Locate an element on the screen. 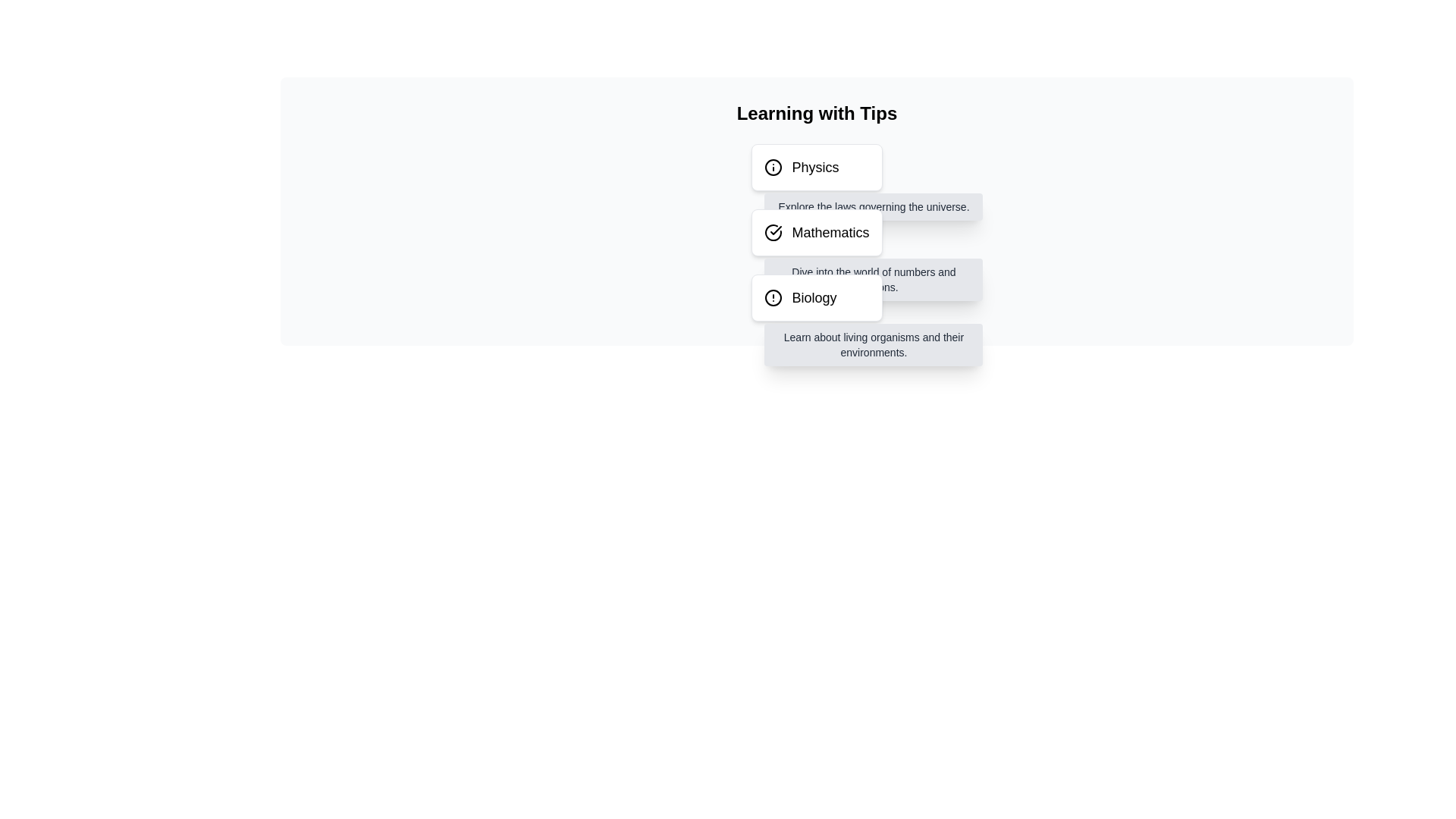 Image resolution: width=1456 pixels, height=819 pixels. the circular icon with a black border and white interior, which is located to the left of the 'Biology' text in the 'Learning with Tips' section is located at coordinates (773, 298).